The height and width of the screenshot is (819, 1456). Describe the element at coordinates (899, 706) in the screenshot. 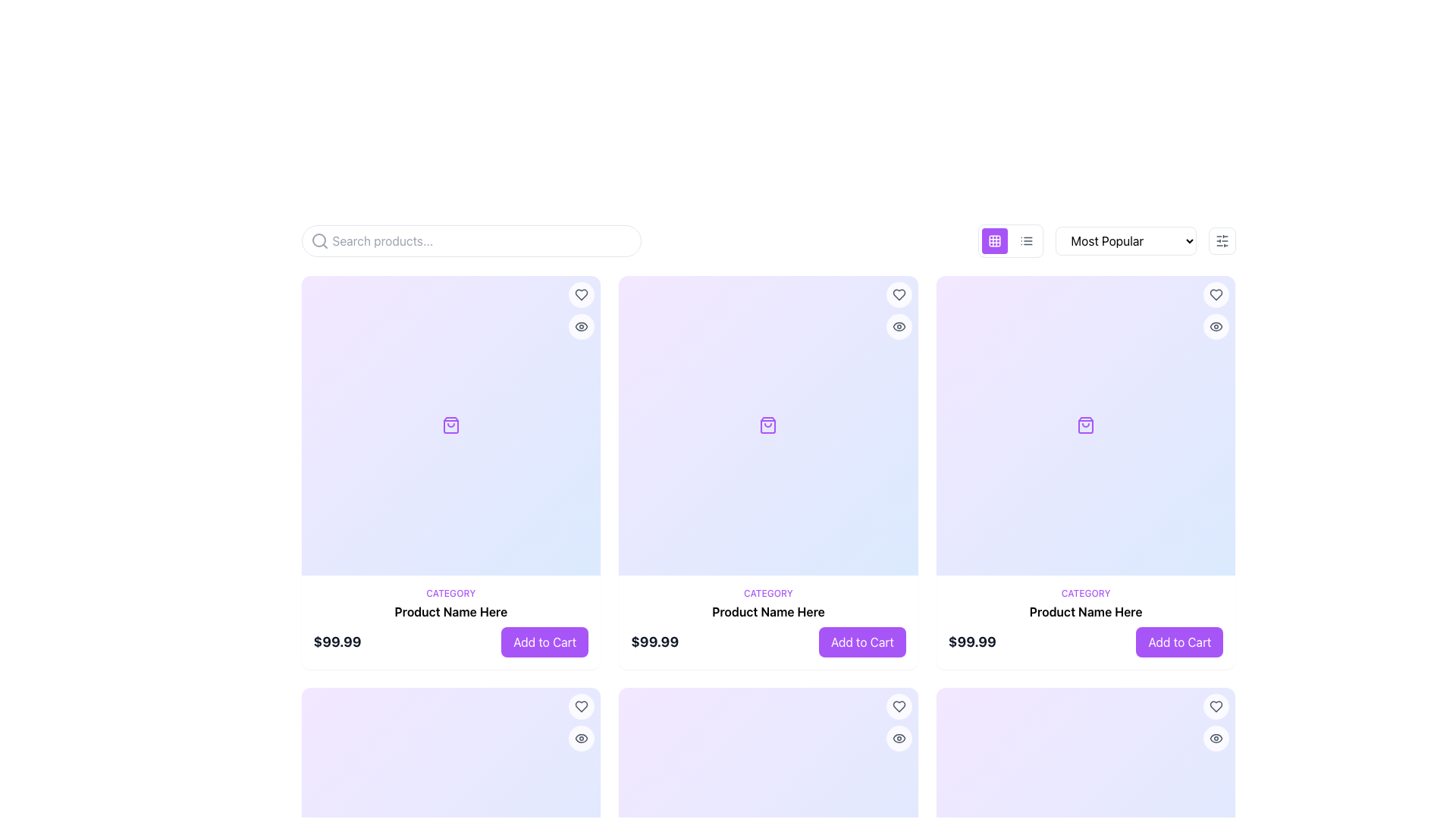

I see `the circular button with a white background and a heart icon` at that location.